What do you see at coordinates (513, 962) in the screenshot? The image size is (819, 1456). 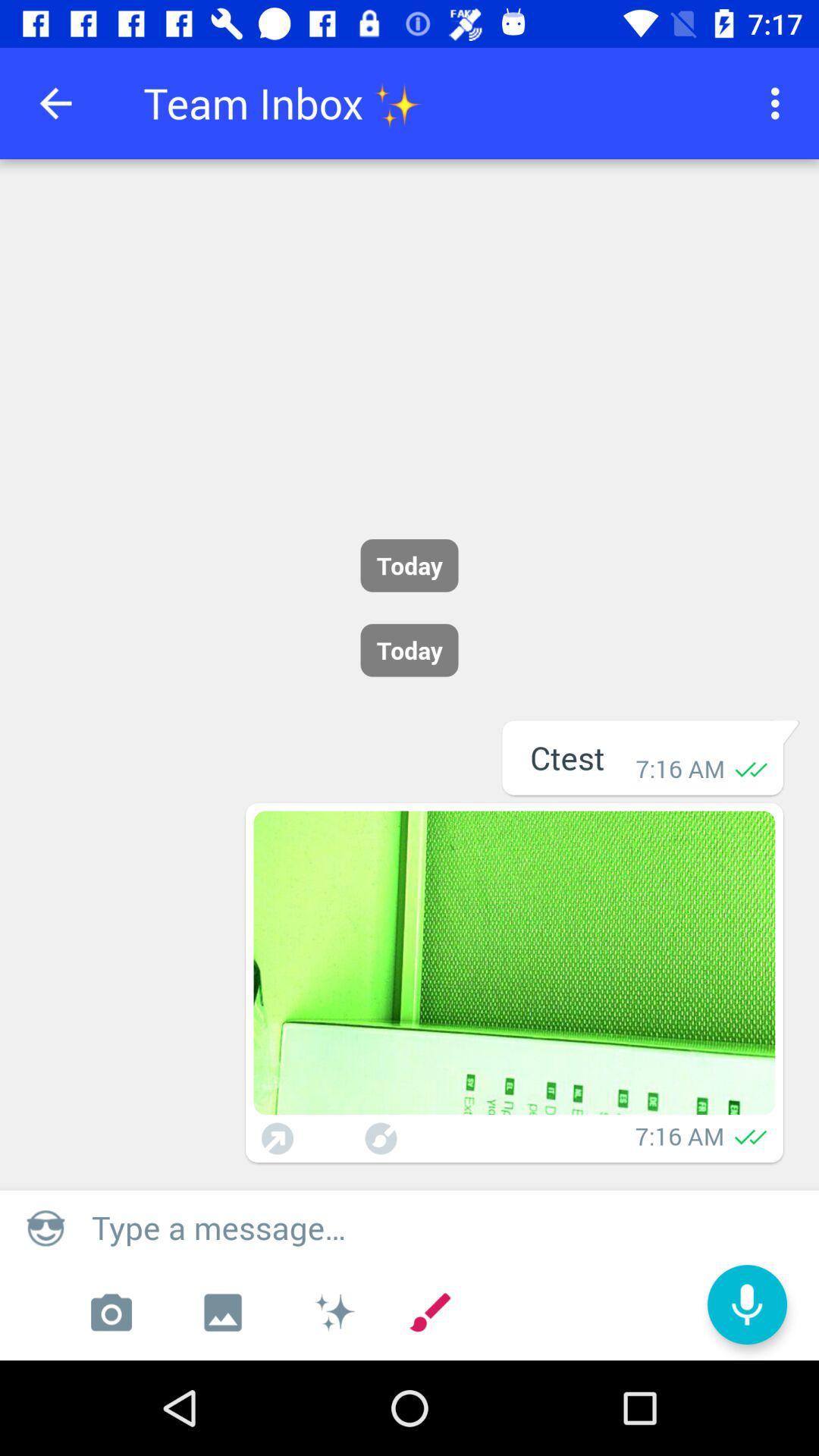 I see `whatsapp chat` at bounding box center [513, 962].